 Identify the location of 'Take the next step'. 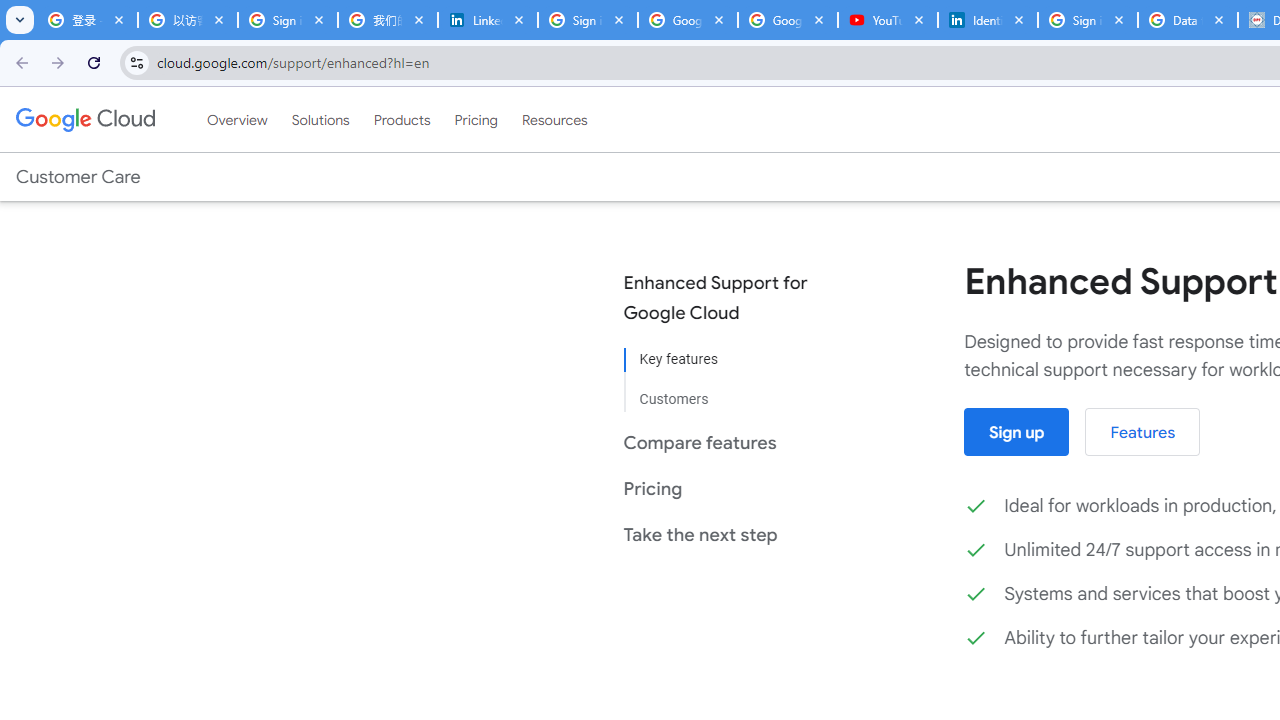
(729, 533).